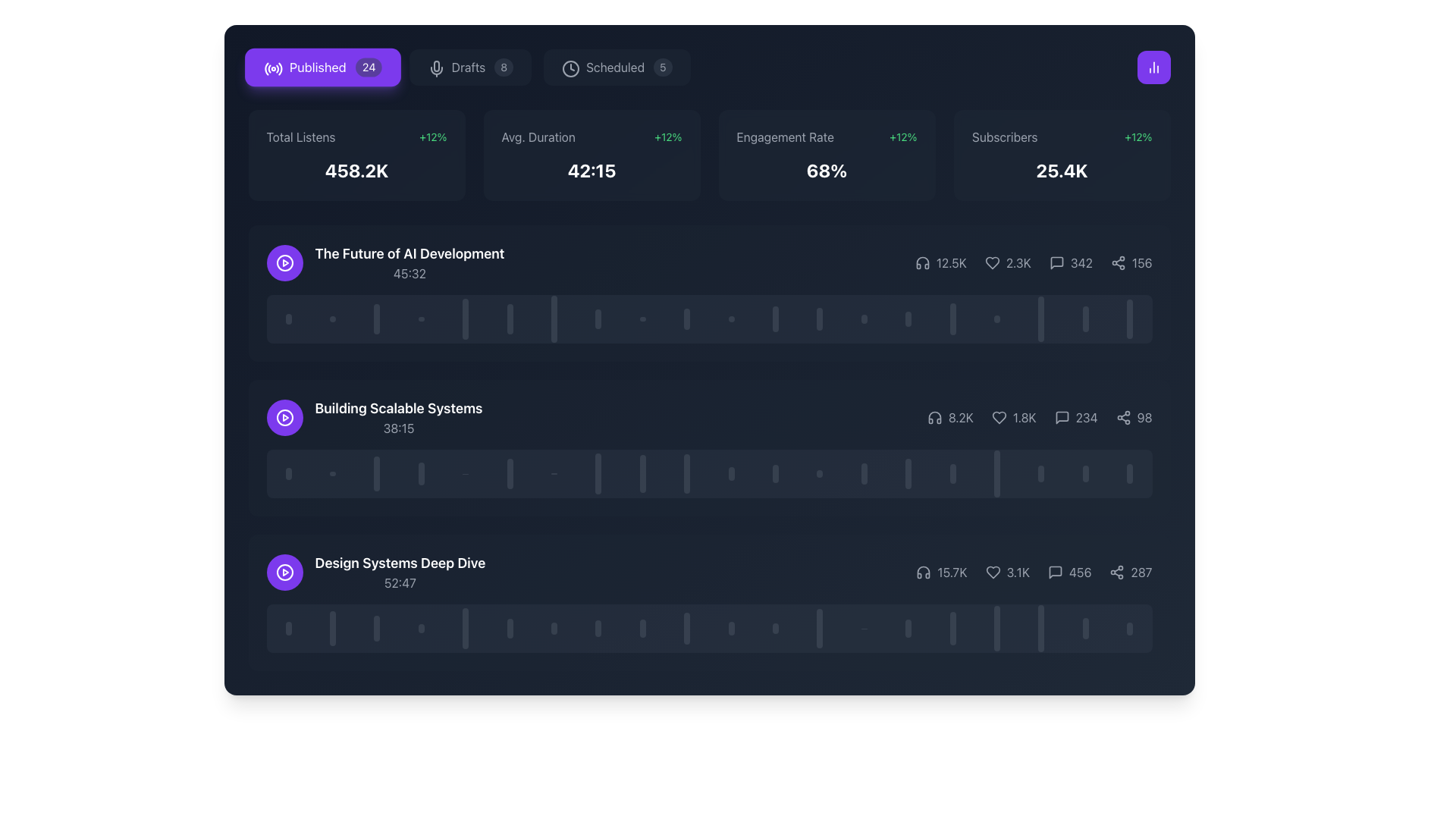 This screenshot has width=1456, height=819. I want to click on the static text element that displays the number of shares for the second card in a vertically stacked list, located to the right of a speech bubble icon, so click(1134, 418).